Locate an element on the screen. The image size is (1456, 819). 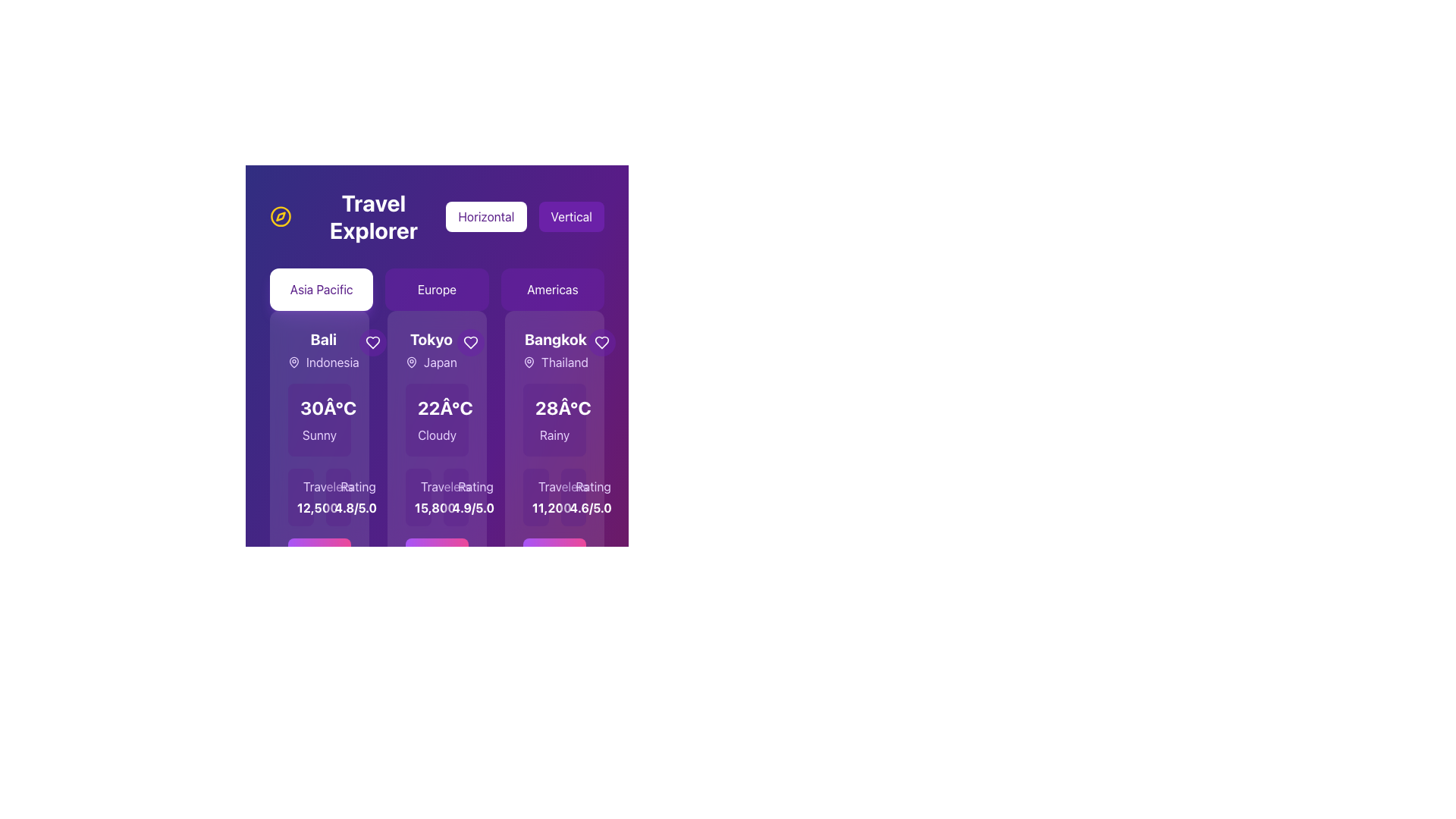
the favorite icon button in the 'Bangkok, Thailand' card located in the 'Asia Pacific' section of the Travel Explorer interface is located at coordinates (601, 342).